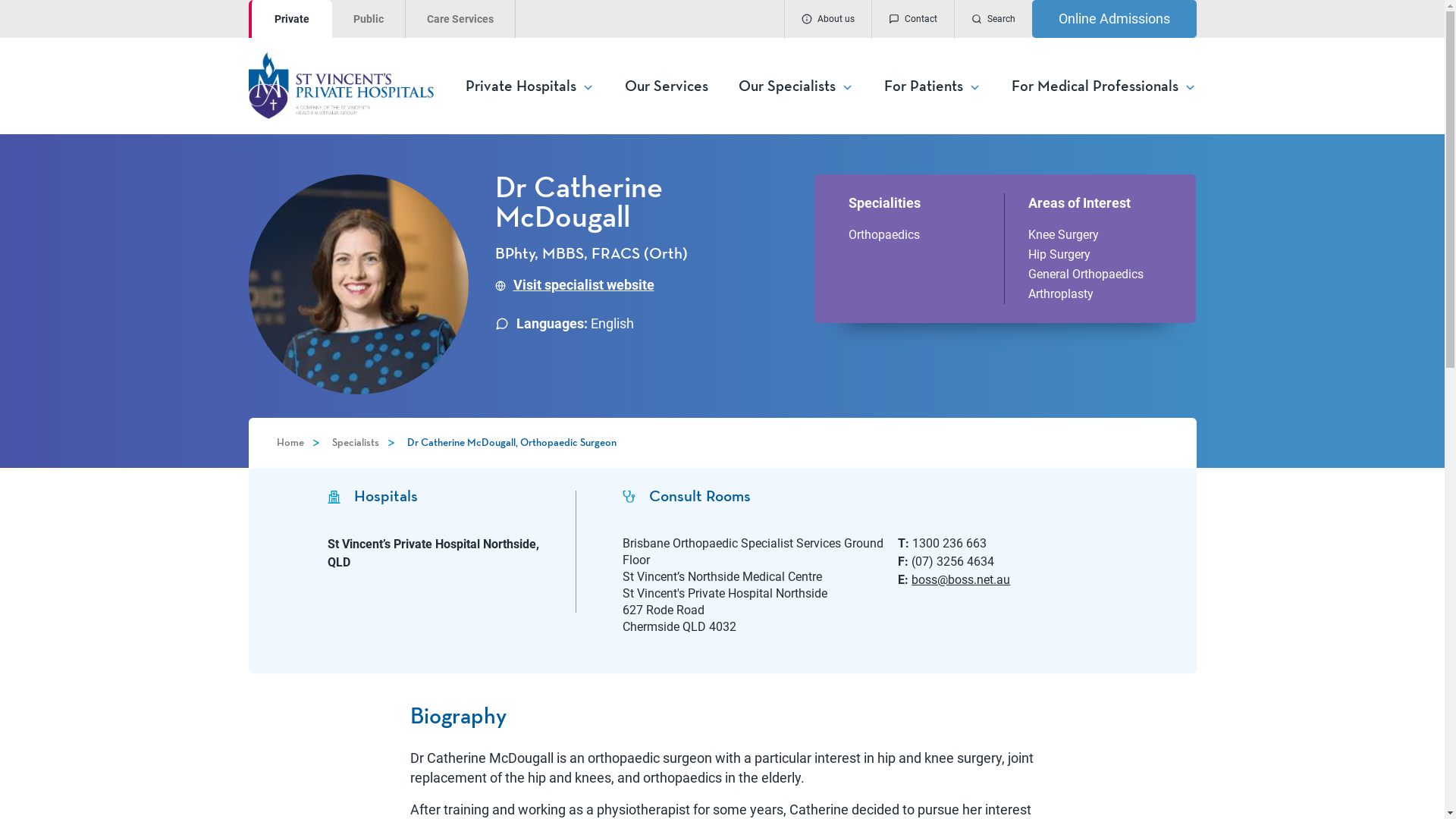 This screenshot has height=819, width=1456. Describe the element at coordinates (355, 442) in the screenshot. I see `'Specialists'` at that location.